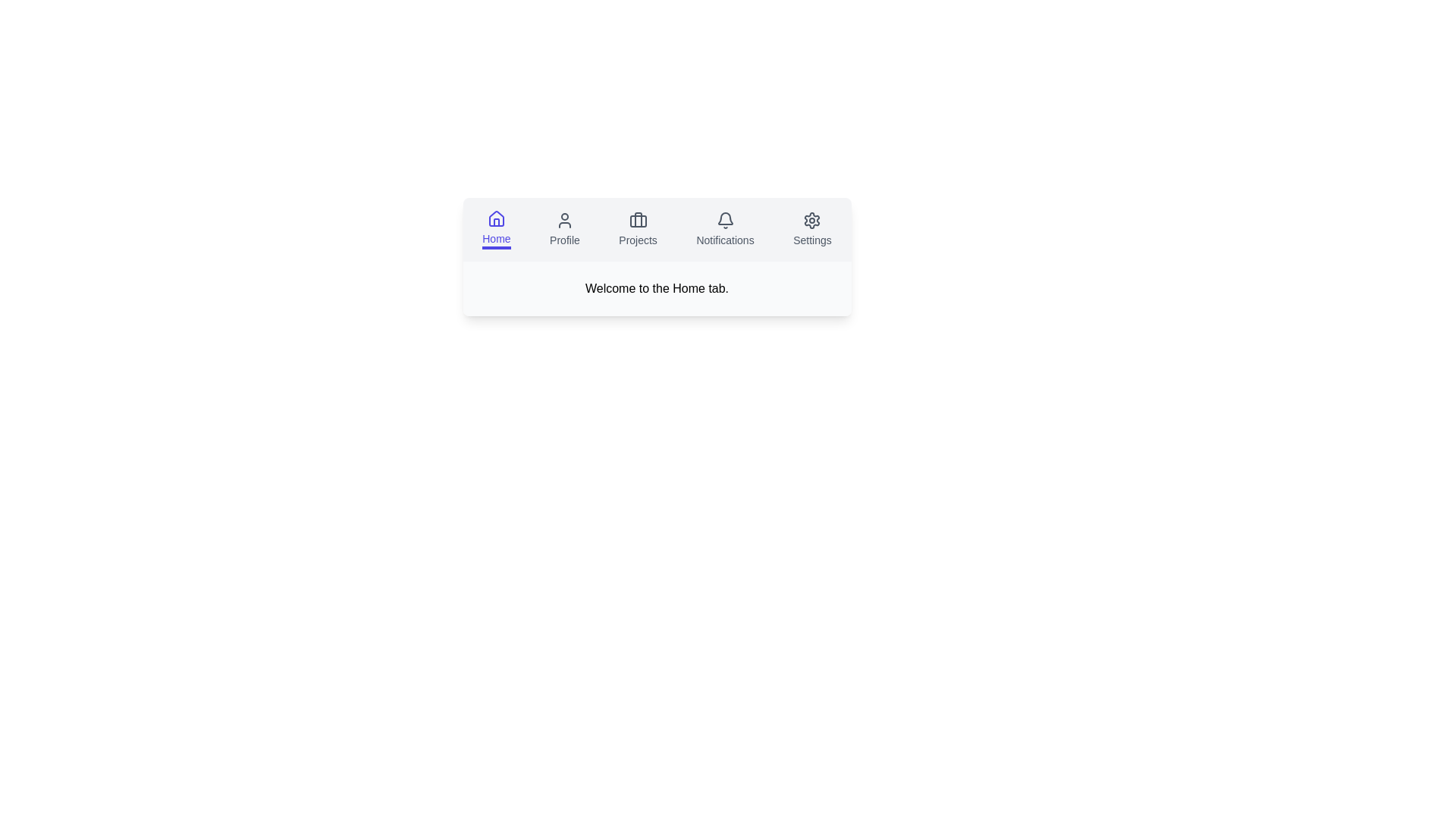 The width and height of the screenshot is (1456, 819). Describe the element at coordinates (811, 220) in the screenshot. I see `the Settings icon (gear symbol) located at the far right position in the horizontal navigation bar` at that location.